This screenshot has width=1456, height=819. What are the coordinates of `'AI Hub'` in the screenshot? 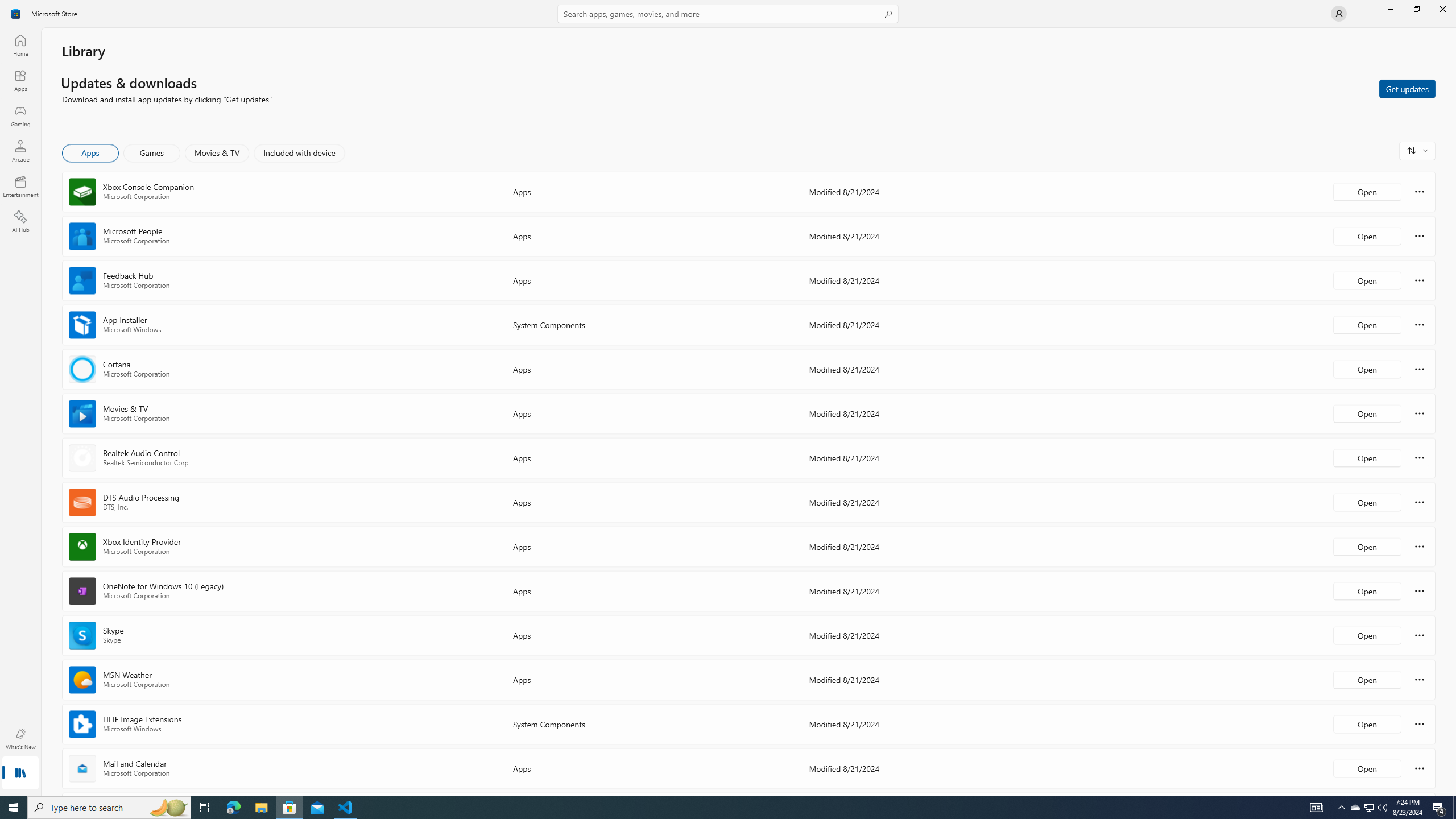 It's located at (19, 221).